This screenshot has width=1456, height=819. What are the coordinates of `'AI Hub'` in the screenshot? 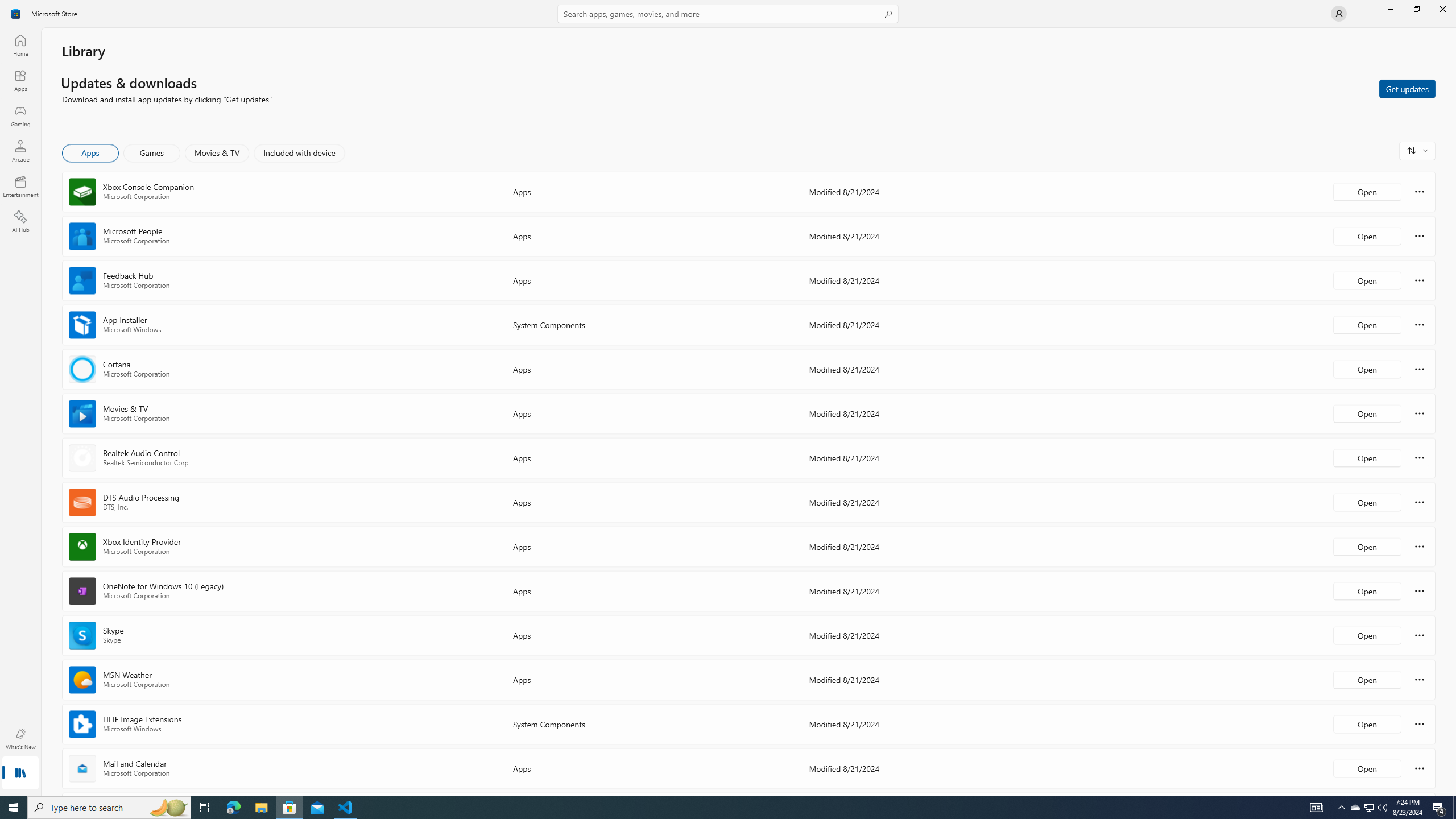 It's located at (19, 221).